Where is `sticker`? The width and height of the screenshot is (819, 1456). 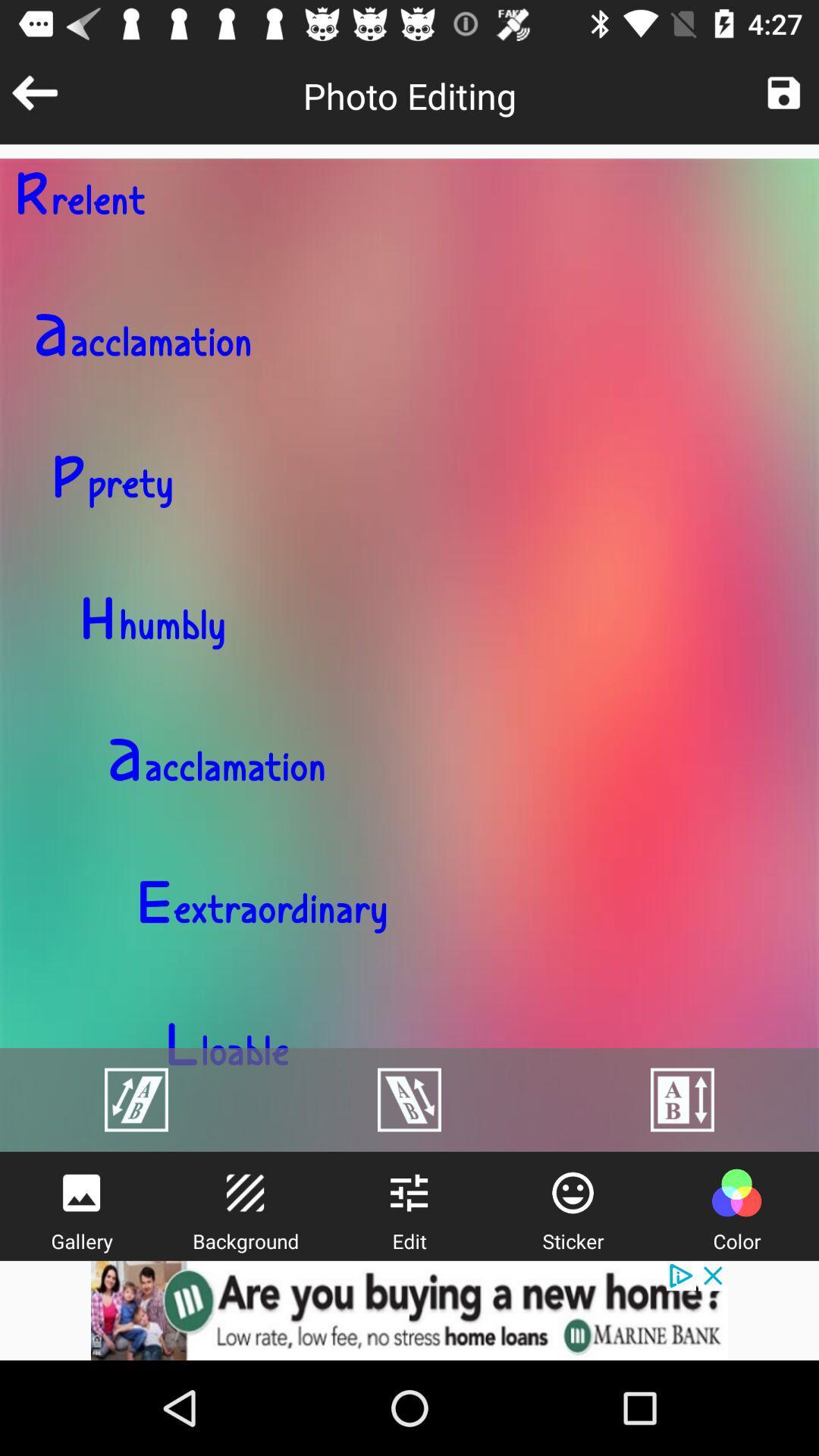 sticker is located at coordinates (573, 1192).